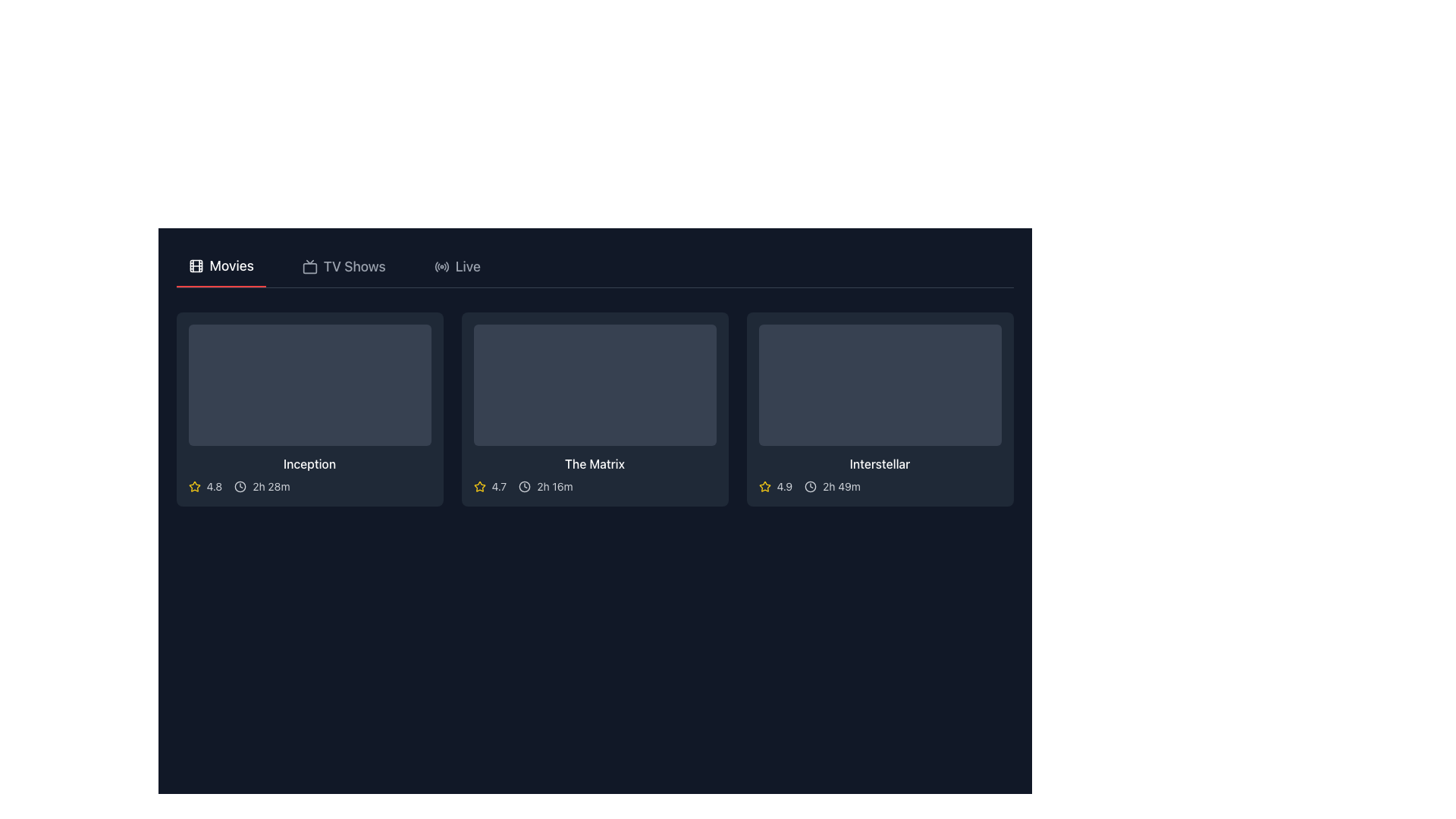 This screenshot has width=1456, height=819. What do you see at coordinates (499, 486) in the screenshot?
I see `numeric rating value '4.7' displayed in light gray color, positioned to the right of the yellow star icon in the middle card` at bounding box center [499, 486].